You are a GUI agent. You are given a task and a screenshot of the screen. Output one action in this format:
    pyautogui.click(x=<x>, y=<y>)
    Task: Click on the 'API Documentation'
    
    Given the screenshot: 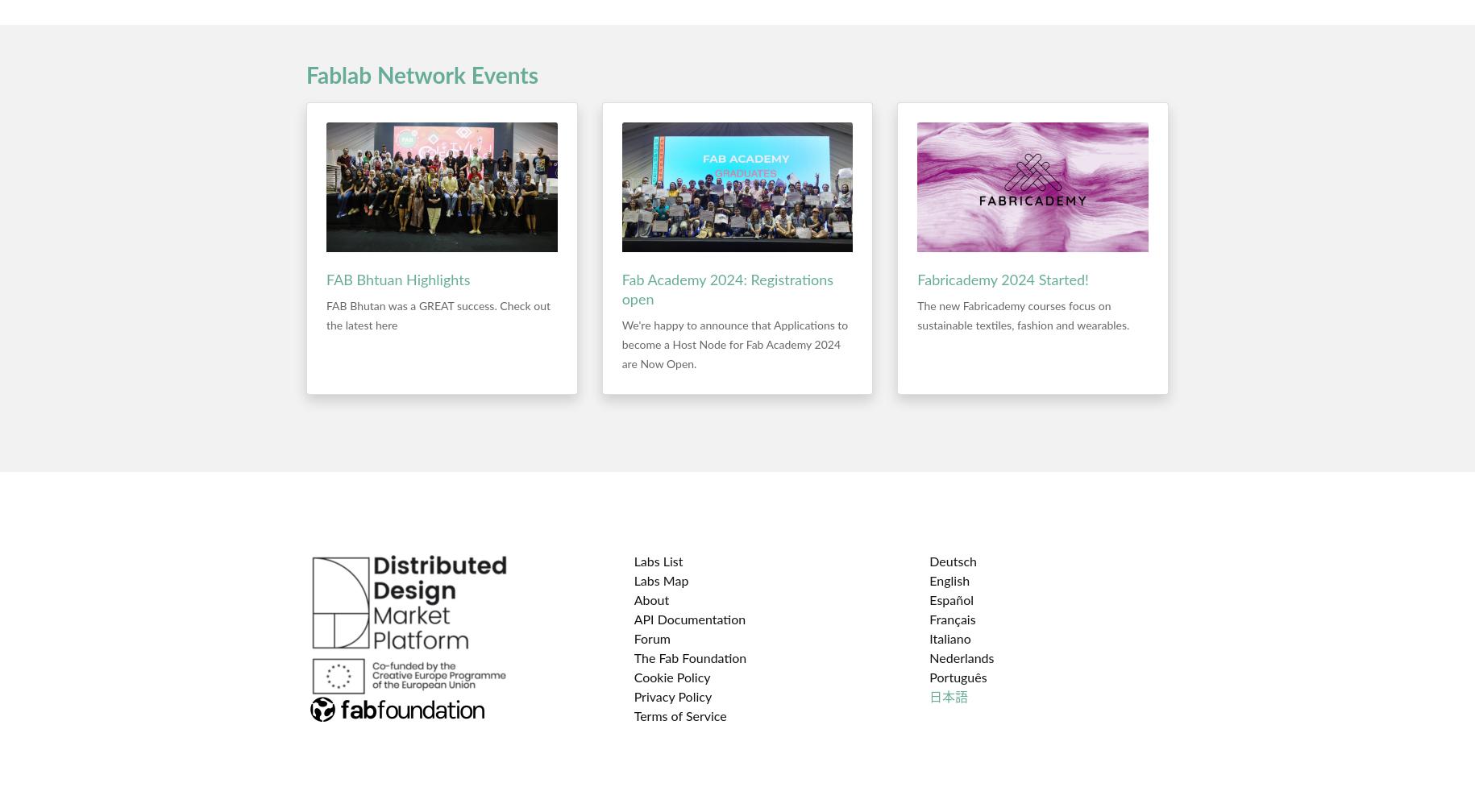 What is the action you would take?
    pyautogui.click(x=689, y=620)
    